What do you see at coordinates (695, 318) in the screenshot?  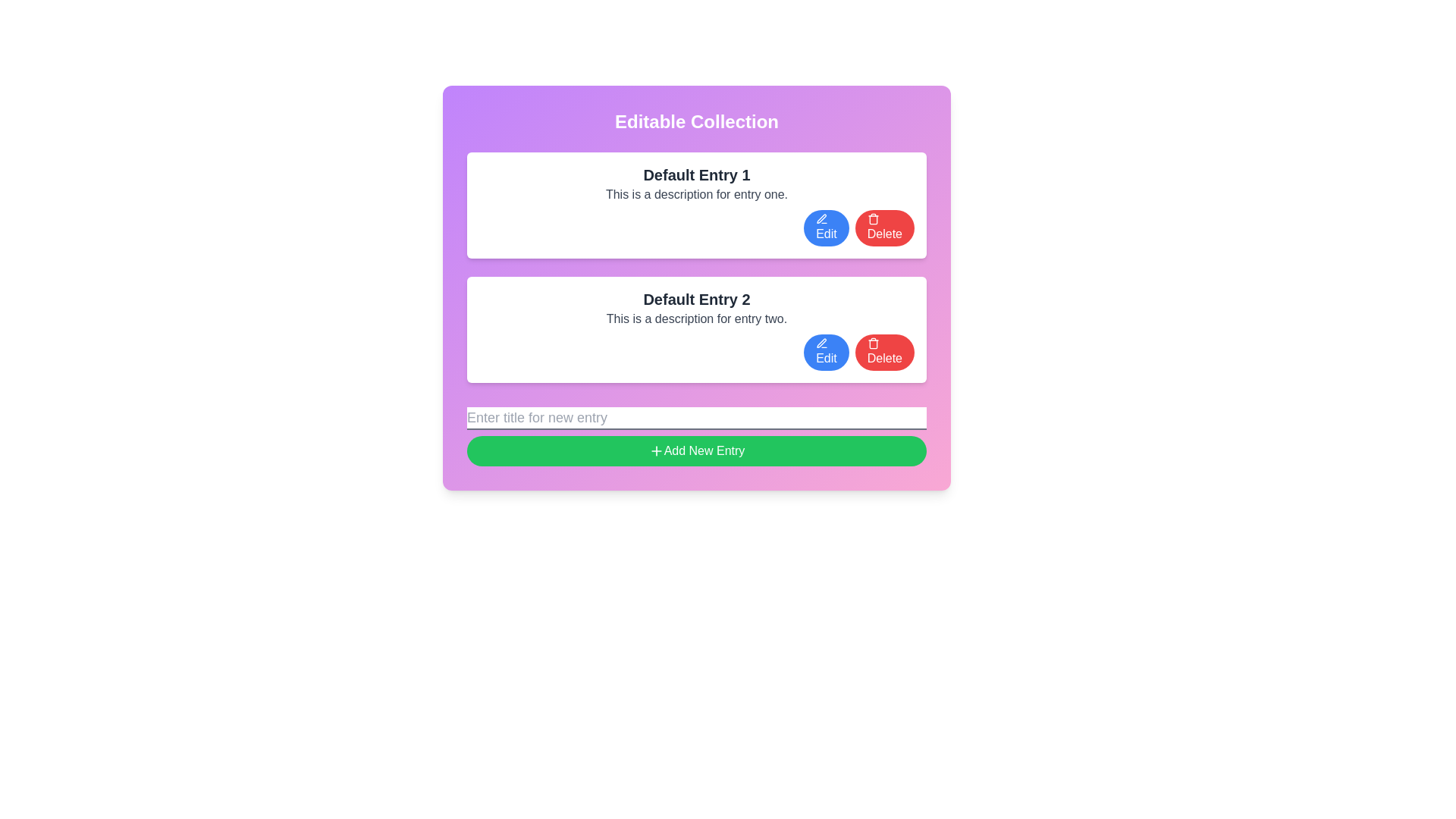 I see `the text label that says 'This is a description for entry two.' which is styled in gray and located below the title 'Default Entry 2'` at bounding box center [695, 318].